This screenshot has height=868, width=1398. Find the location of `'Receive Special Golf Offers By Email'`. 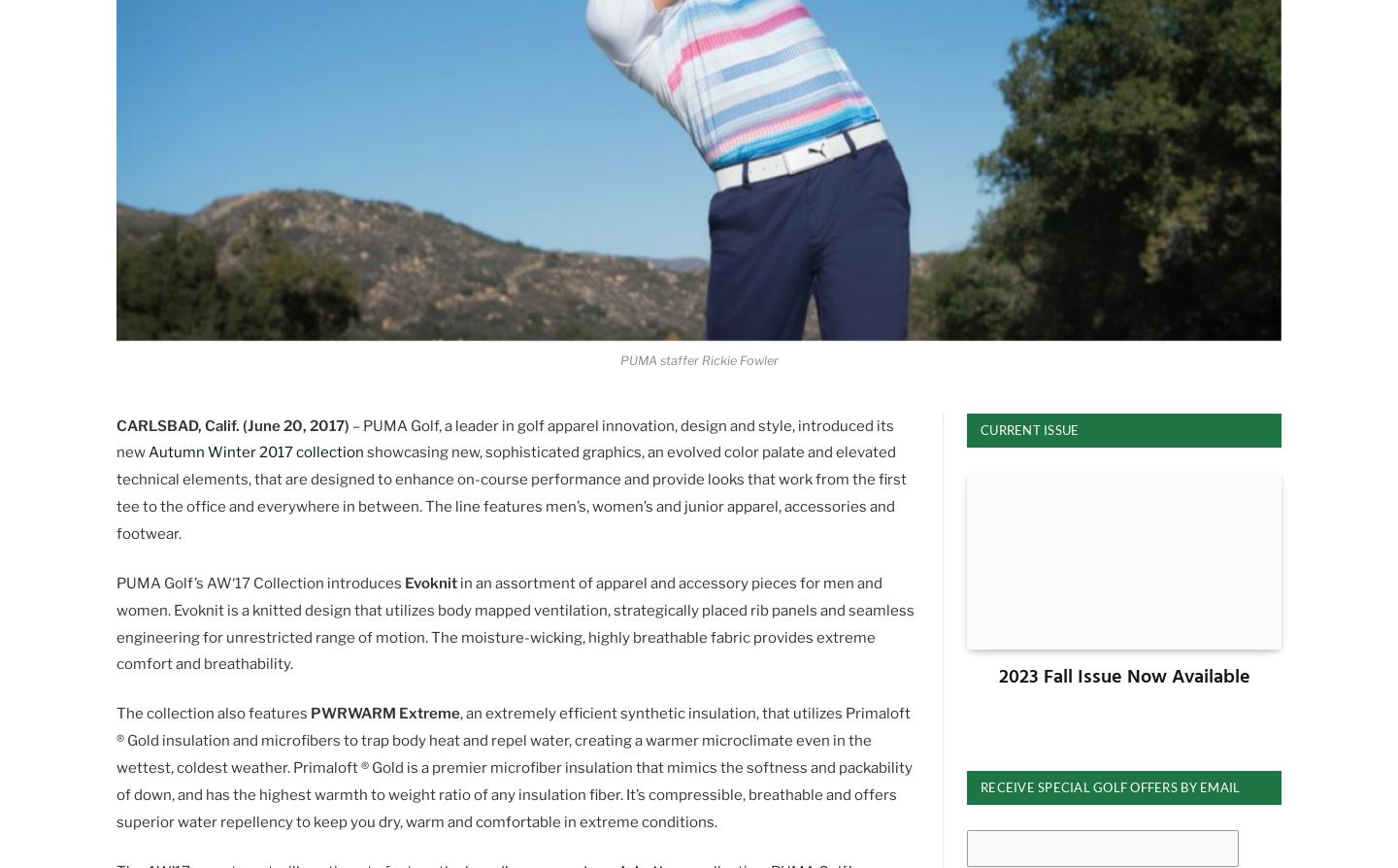

'Receive Special Golf Offers By Email' is located at coordinates (980, 785).